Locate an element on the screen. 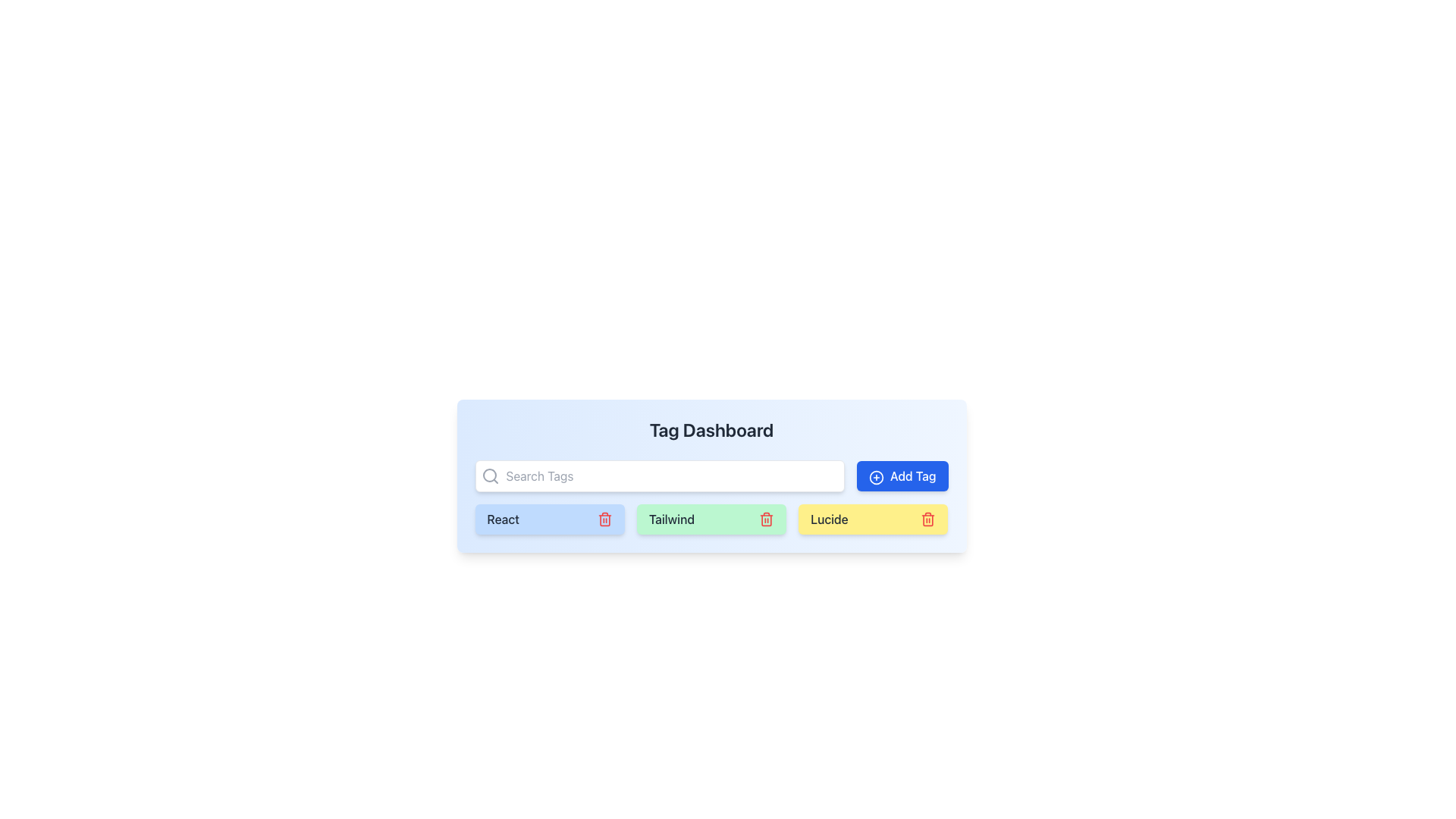 This screenshot has width=1456, height=819. the trash can icon within the yellow 'Lucide' tag located in the bottom row of the interface is located at coordinates (927, 519).